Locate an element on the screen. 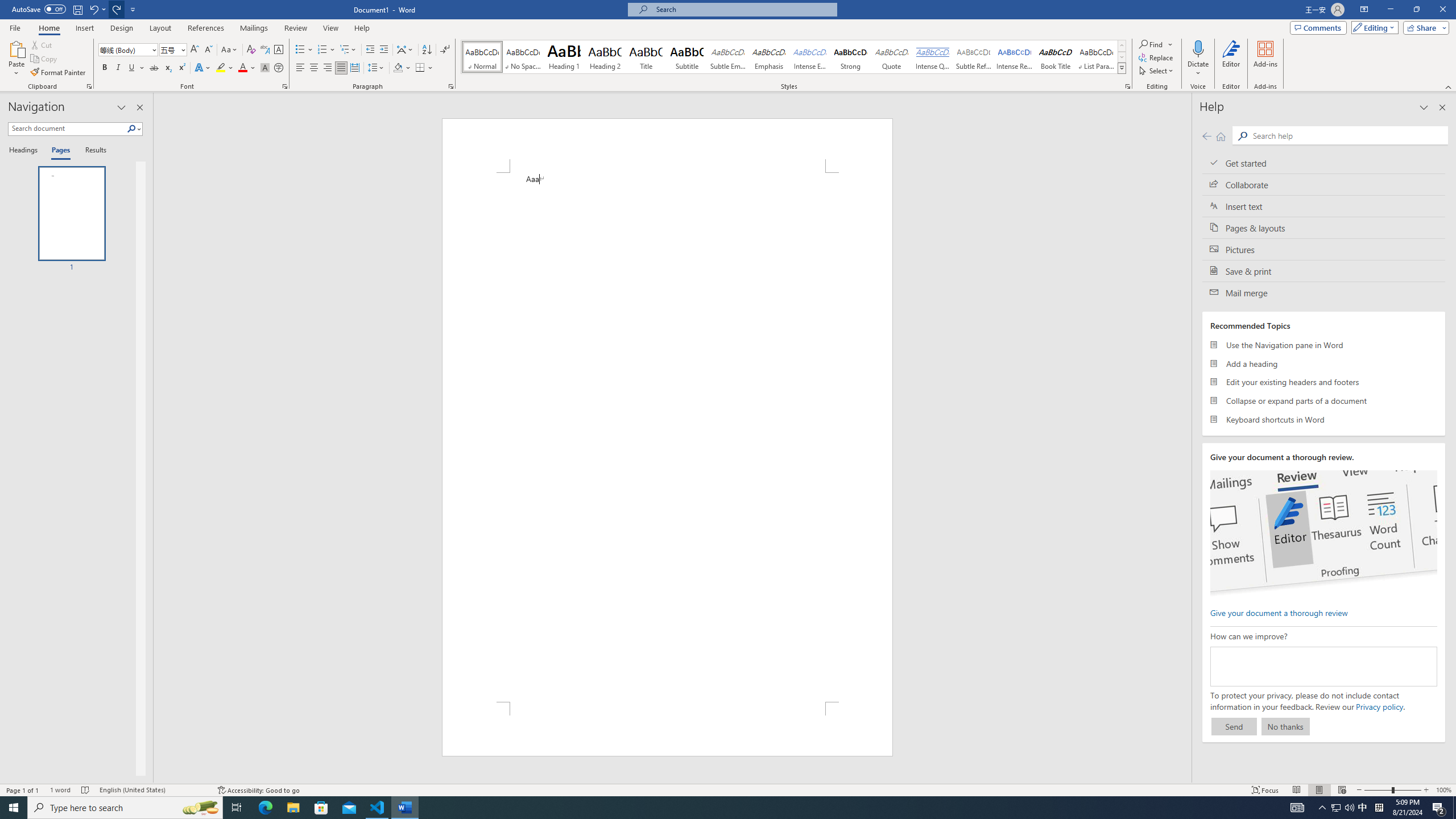  'Numbering' is located at coordinates (322, 49).